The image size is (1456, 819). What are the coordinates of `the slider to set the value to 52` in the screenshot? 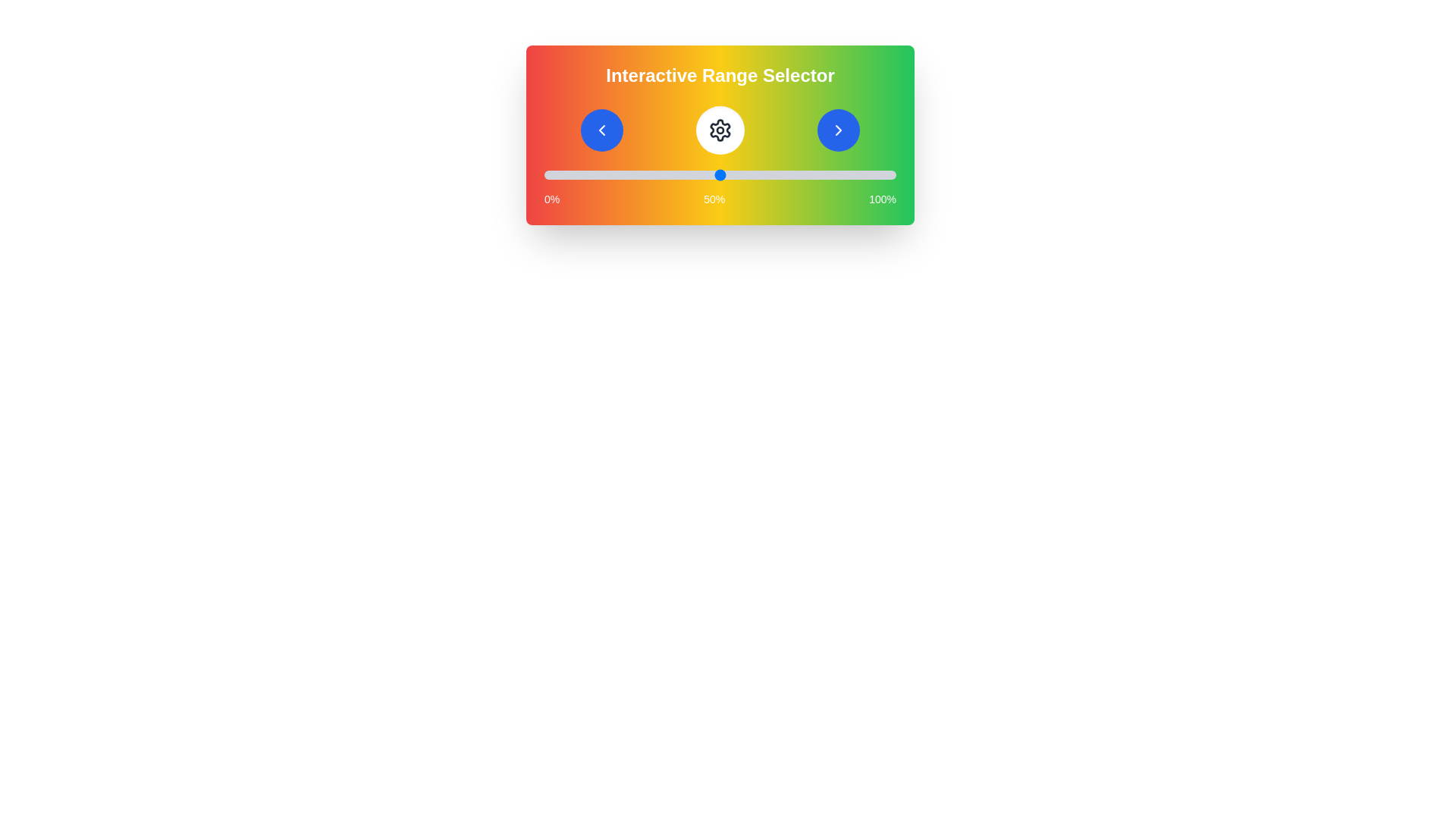 It's located at (726, 174).